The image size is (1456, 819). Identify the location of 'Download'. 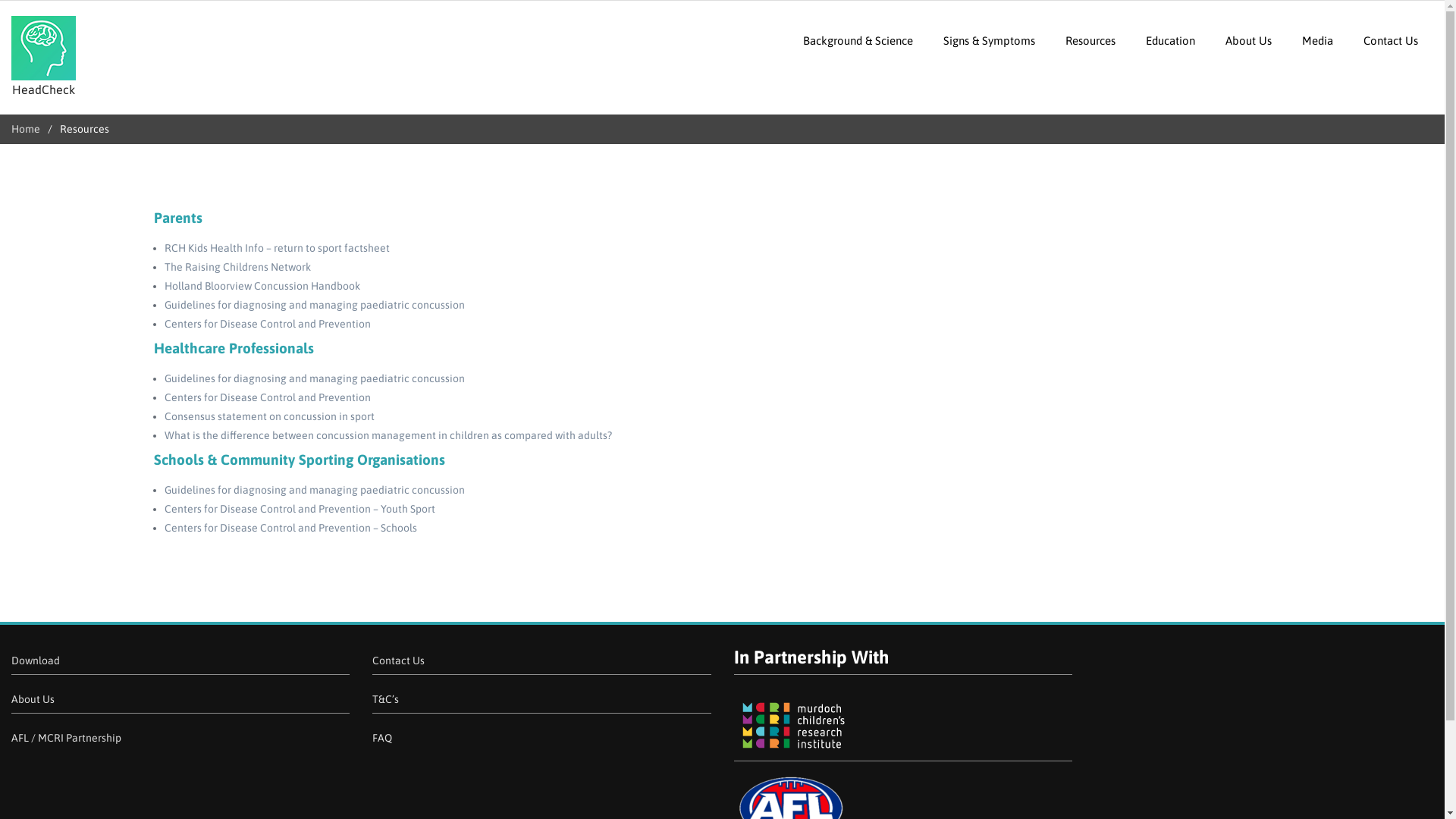
(36, 660).